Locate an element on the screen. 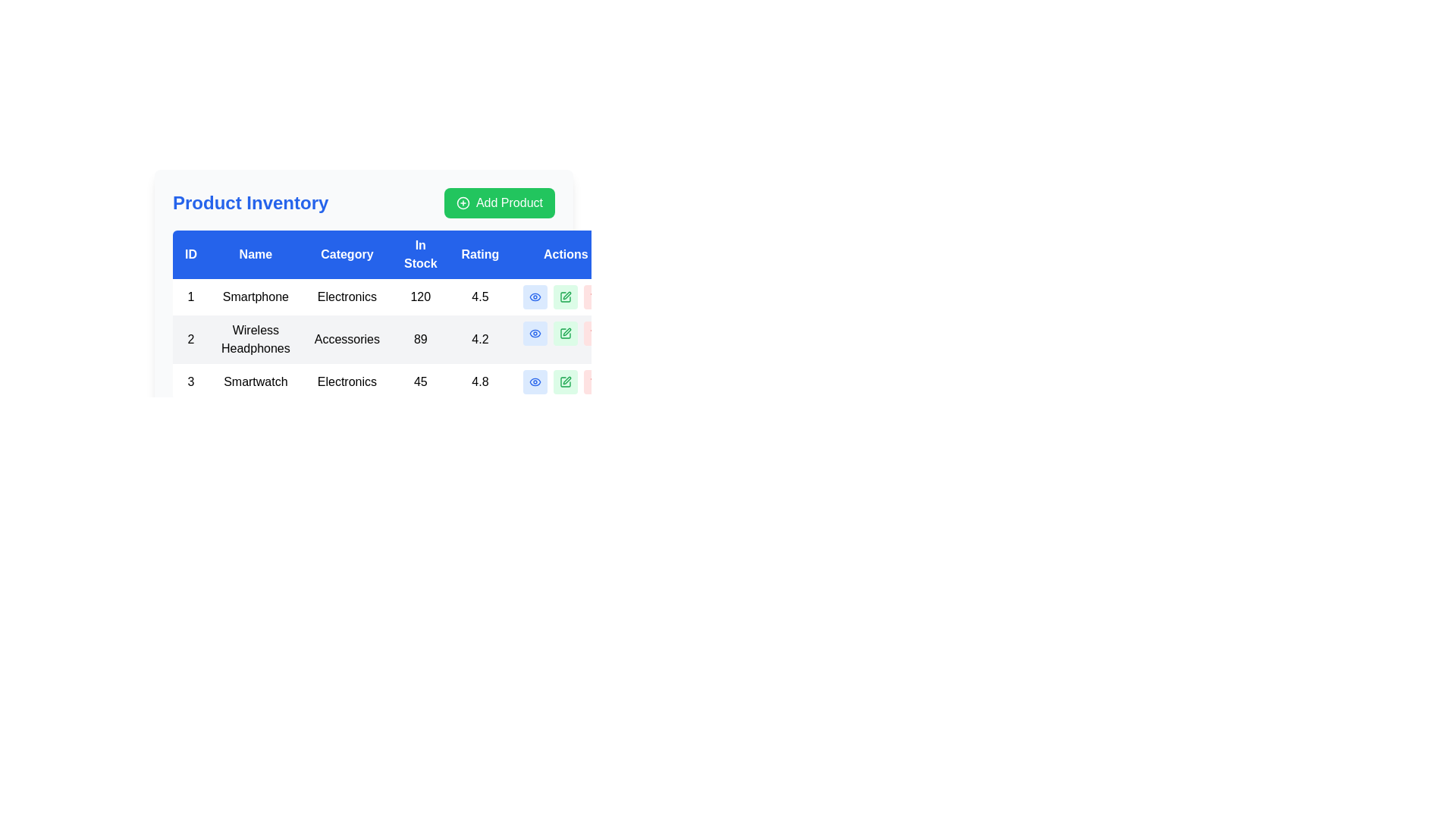 This screenshot has height=819, width=1456. the text label displaying 'Electronics' in the 'Category' column of the table, located in the third row under the product 'Smartwatch' is located at coordinates (346, 381).